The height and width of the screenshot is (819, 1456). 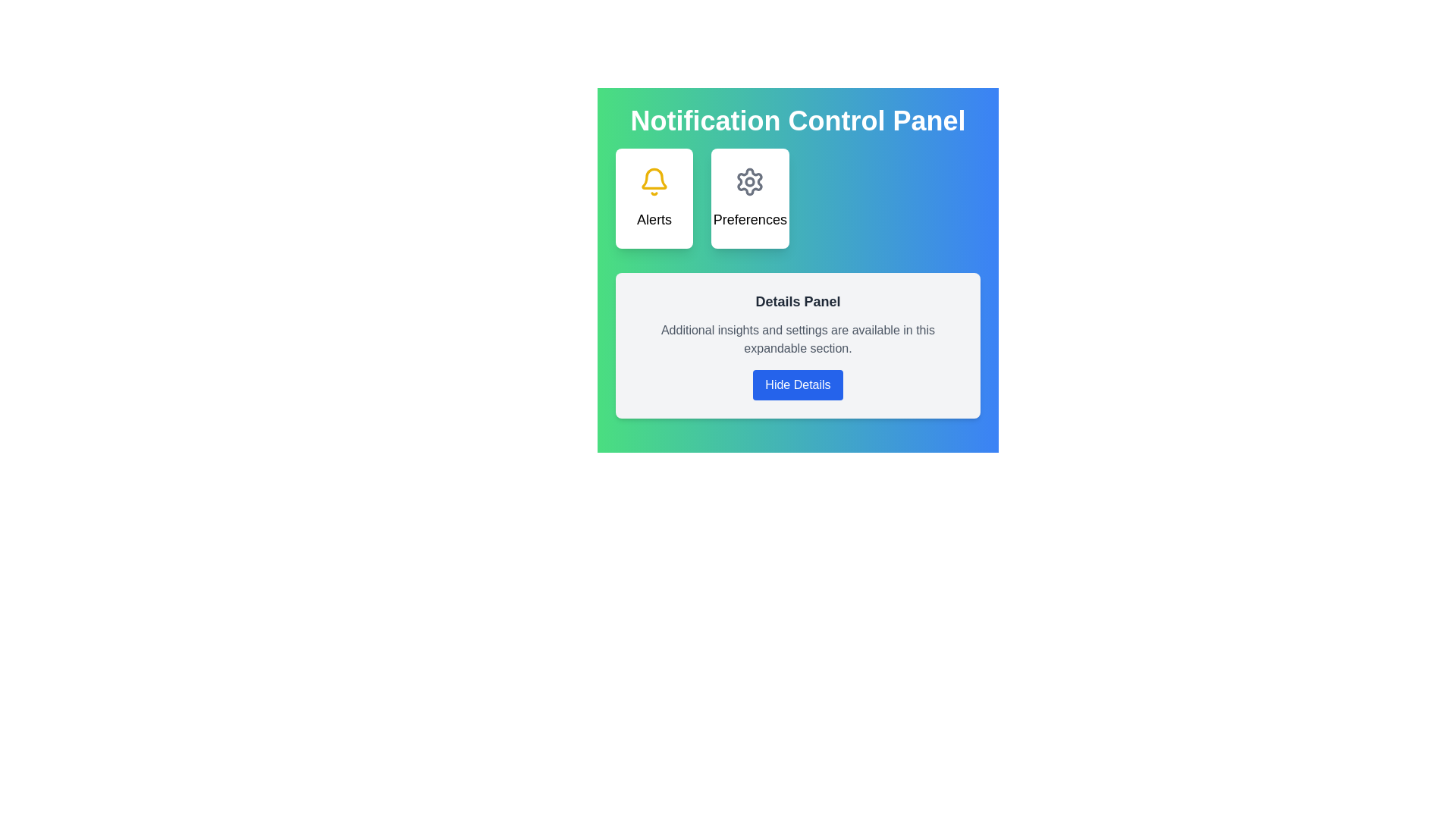 What do you see at coordinates (654, 198) in the screenshot?
I see `the 'Alerts' card located in the top-left corner of the card grid layout` at bounding box center [654, 198].